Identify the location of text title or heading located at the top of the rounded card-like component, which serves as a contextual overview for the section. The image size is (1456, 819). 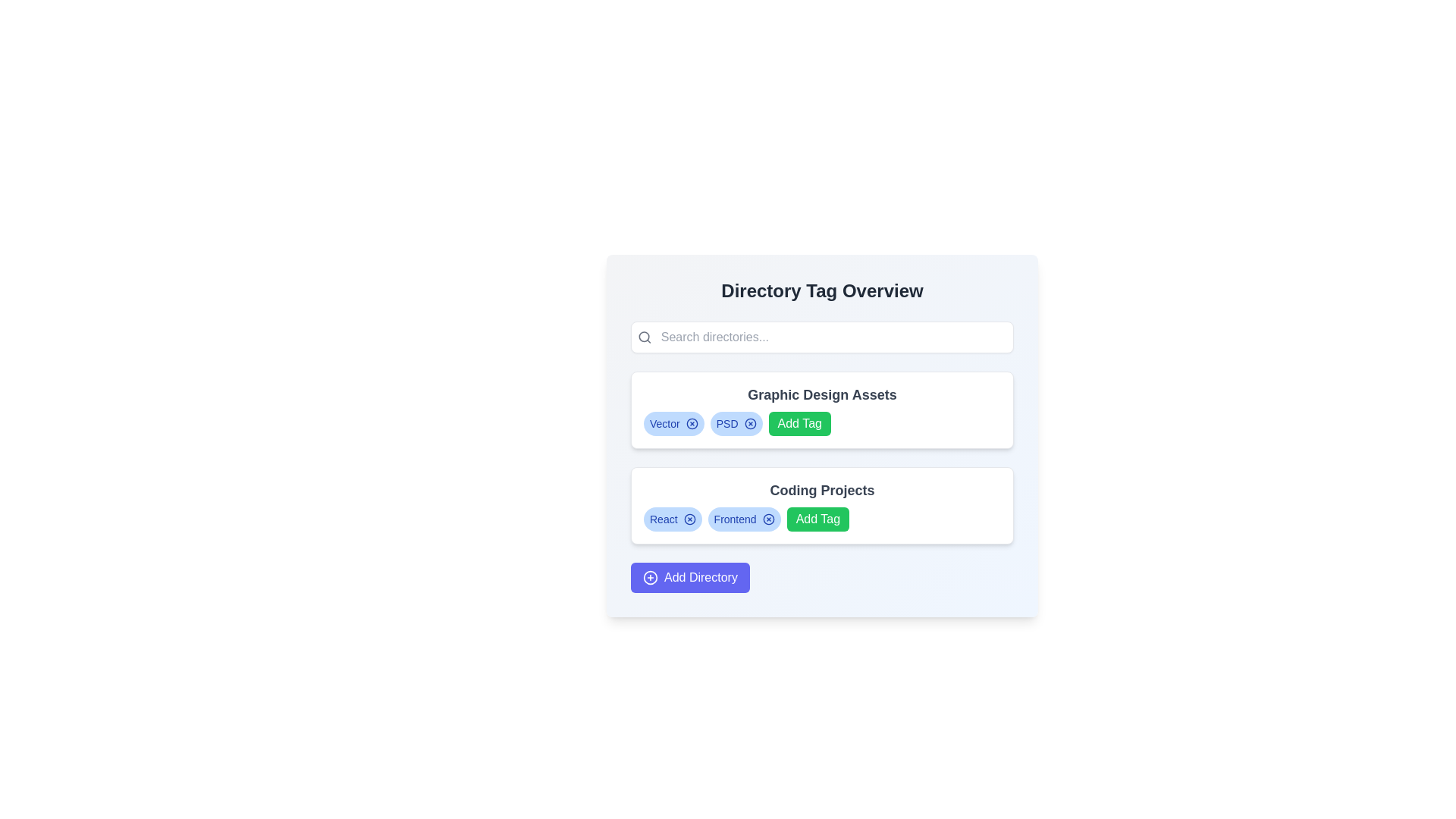
(821, 291).